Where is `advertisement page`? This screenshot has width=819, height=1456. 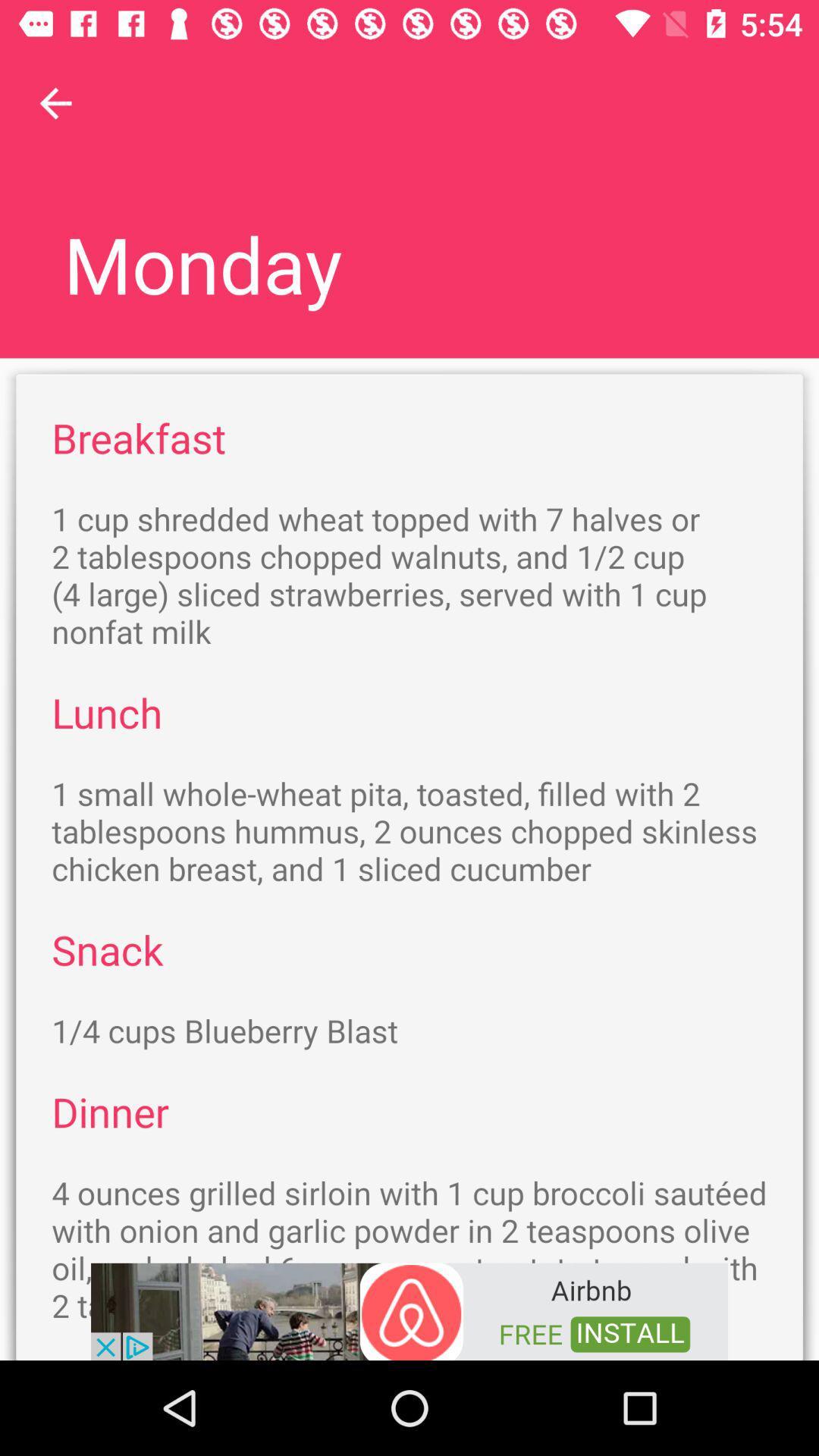
advertisement page is located at coordinates (409, 1310).